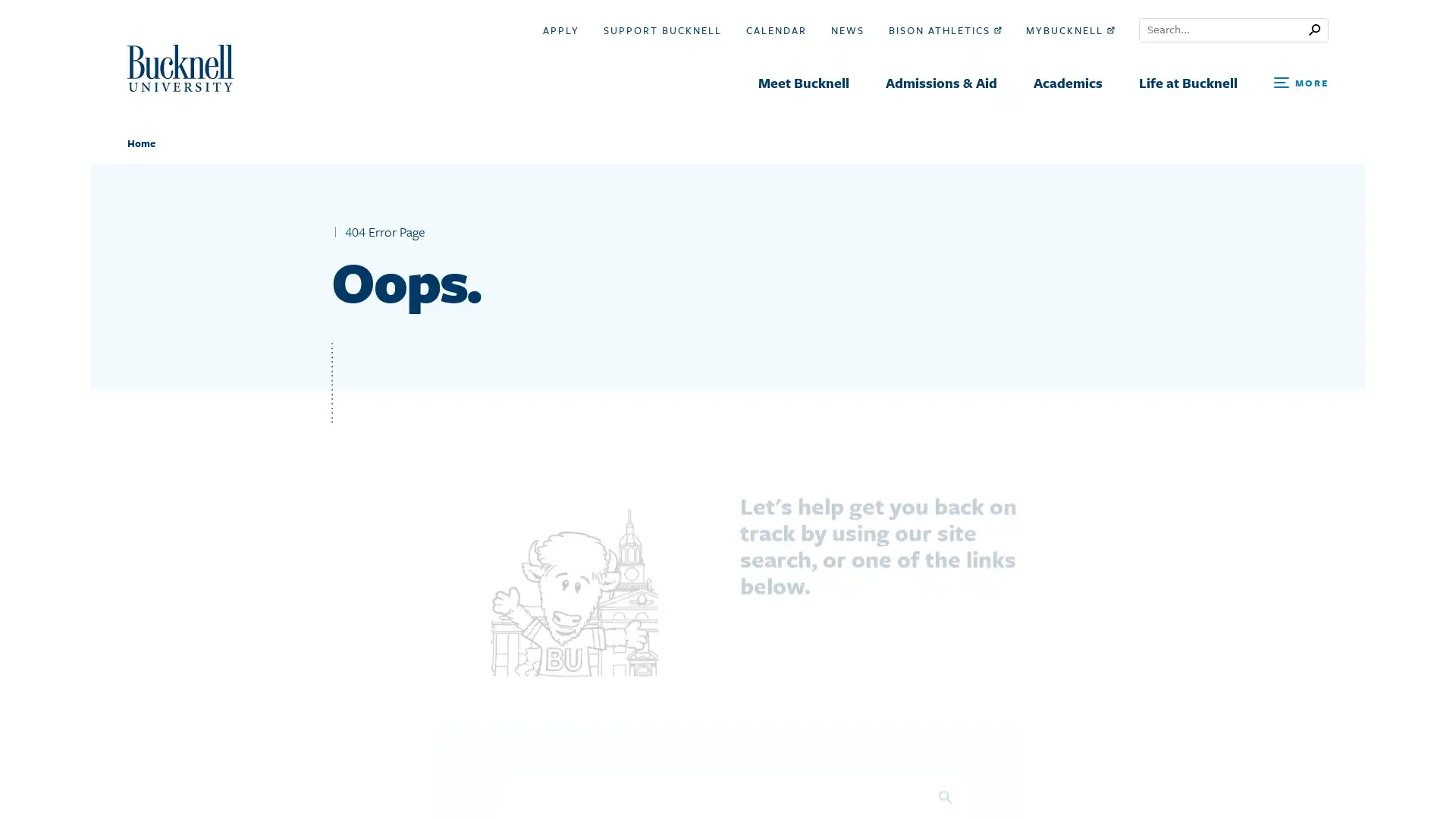 This screenshot has width=1456, height=819. I want to click on Search, so click(945, 797).